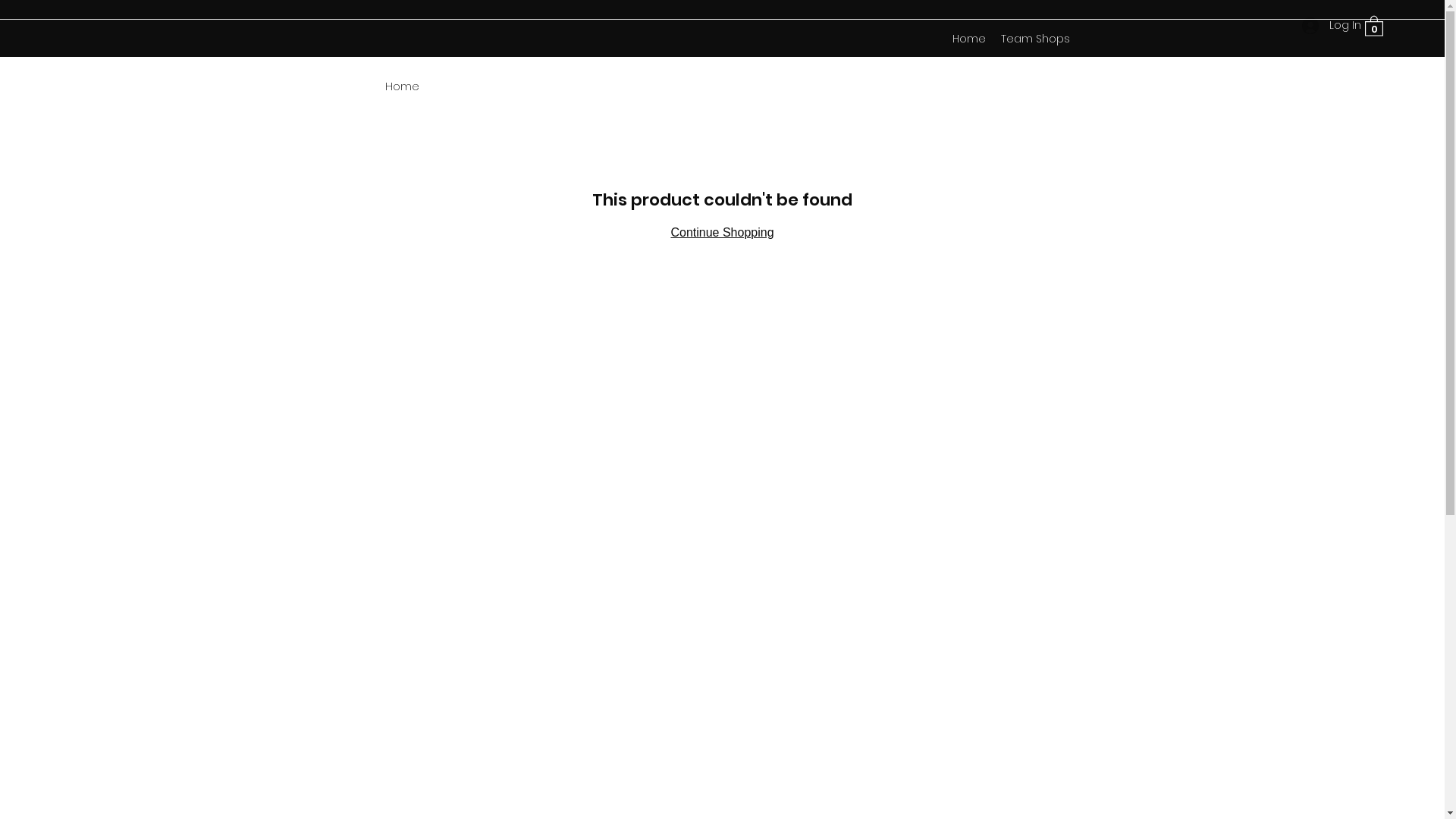  Describe the element at coordinates (993, 38) in the screenshot. I see `'Team Shops'` at that location.